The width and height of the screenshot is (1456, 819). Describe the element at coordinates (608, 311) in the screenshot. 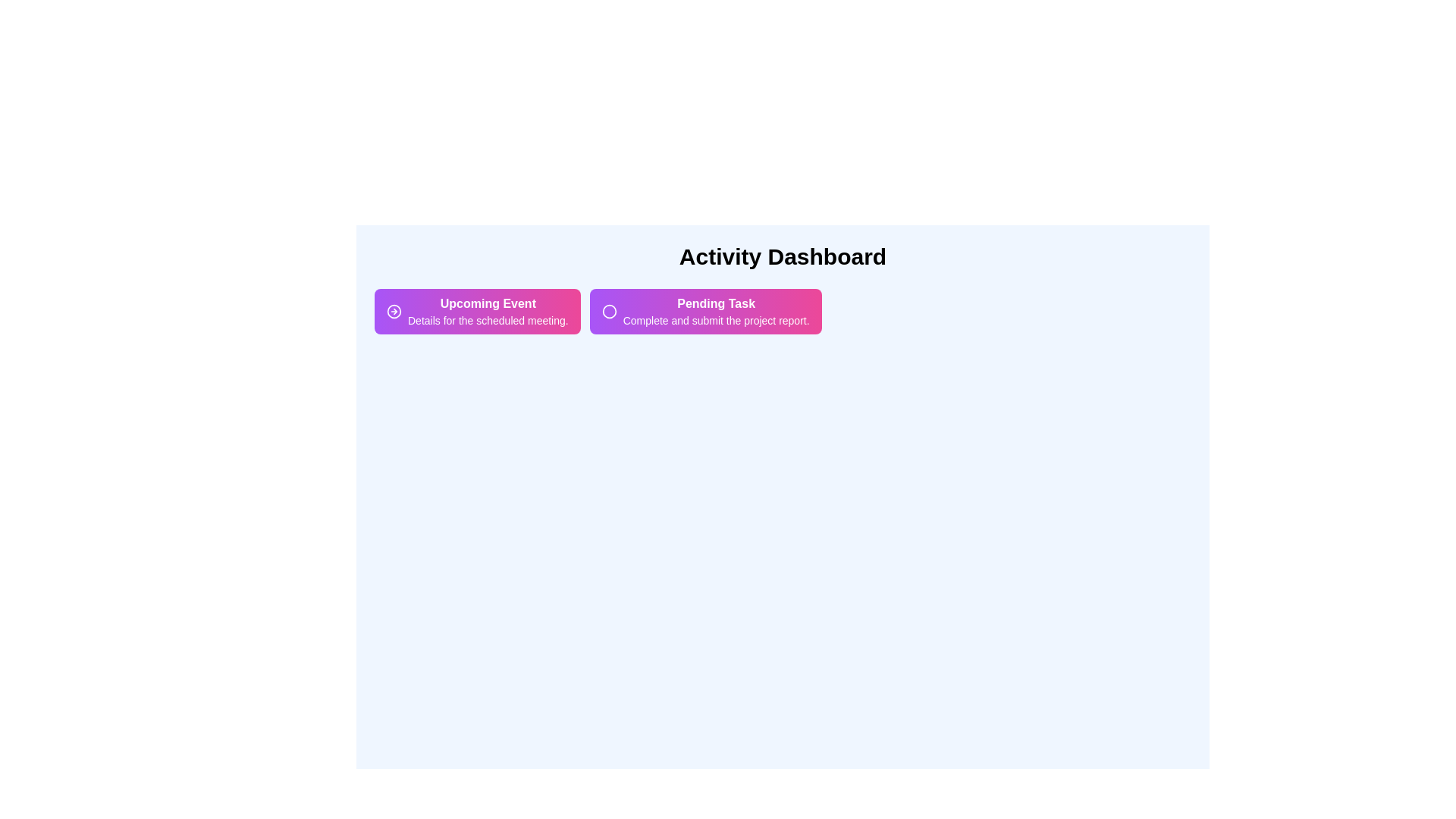

I see `the icon of Pending Task chip` at that location.